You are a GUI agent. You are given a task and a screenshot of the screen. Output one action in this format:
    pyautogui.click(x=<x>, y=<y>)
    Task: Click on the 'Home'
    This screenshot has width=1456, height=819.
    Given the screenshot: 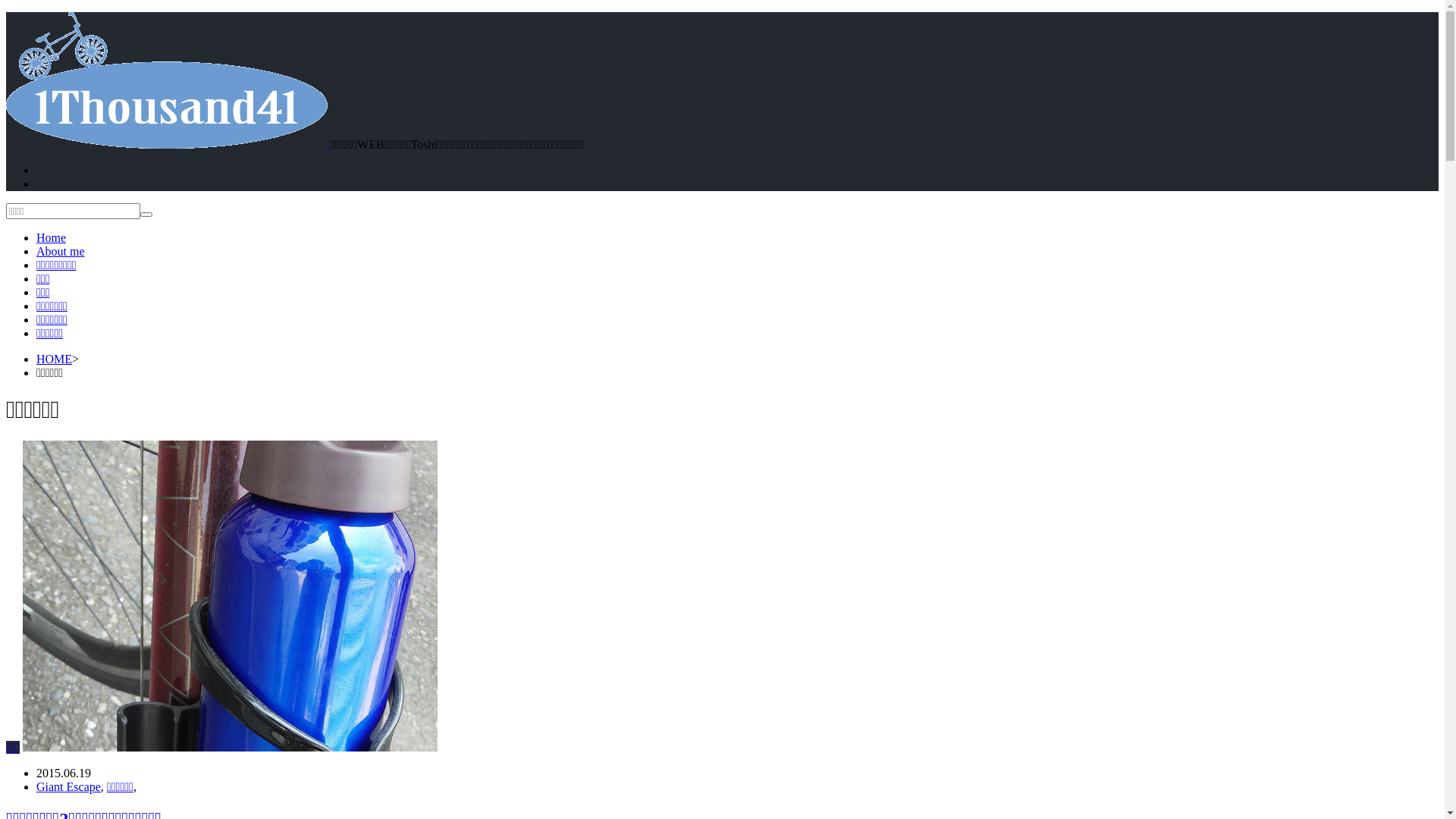 What is the action you would take?
    pyautogui.click(x=36, y=237)
    